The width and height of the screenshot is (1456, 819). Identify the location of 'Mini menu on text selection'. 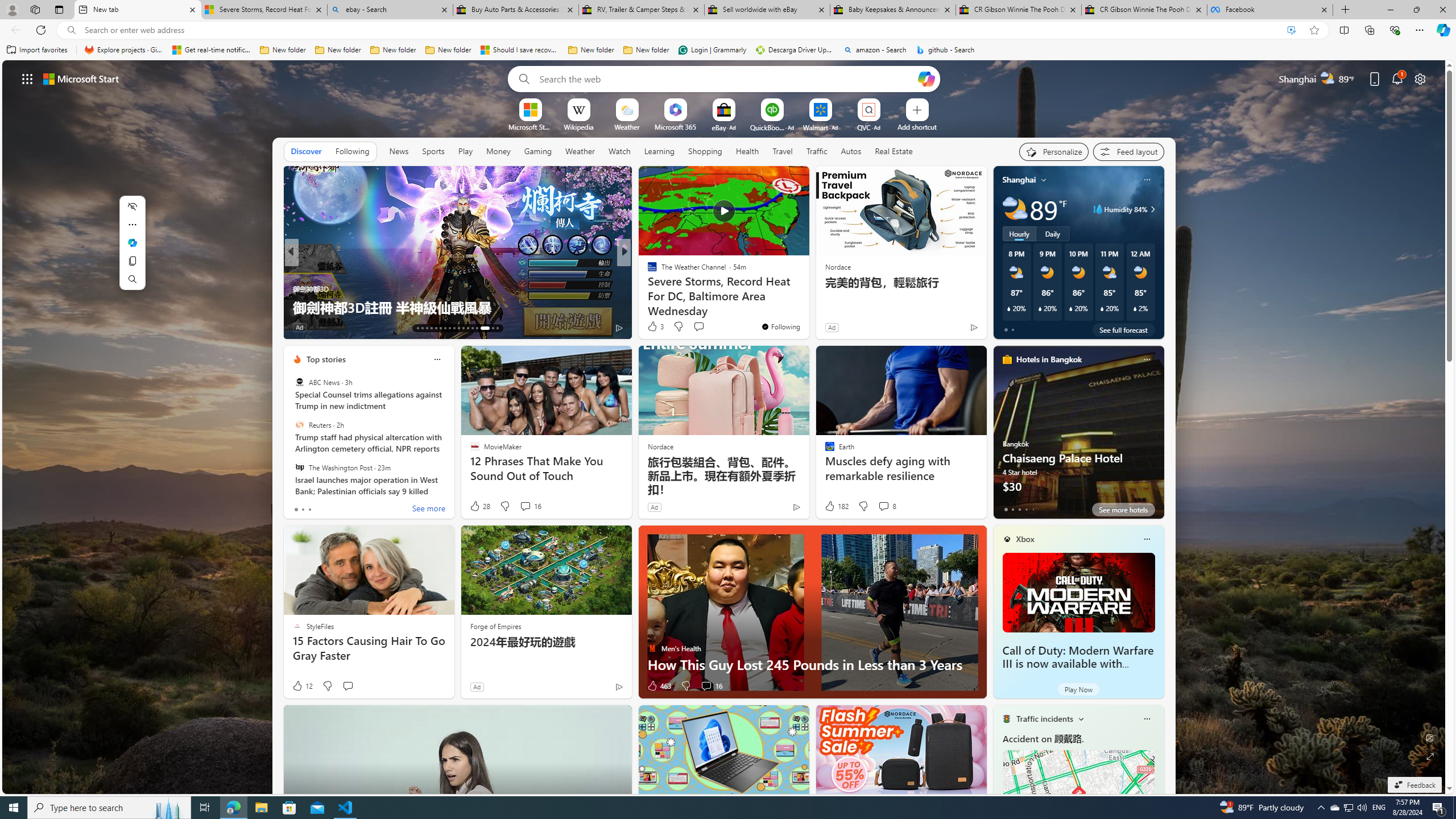
(132, 249).